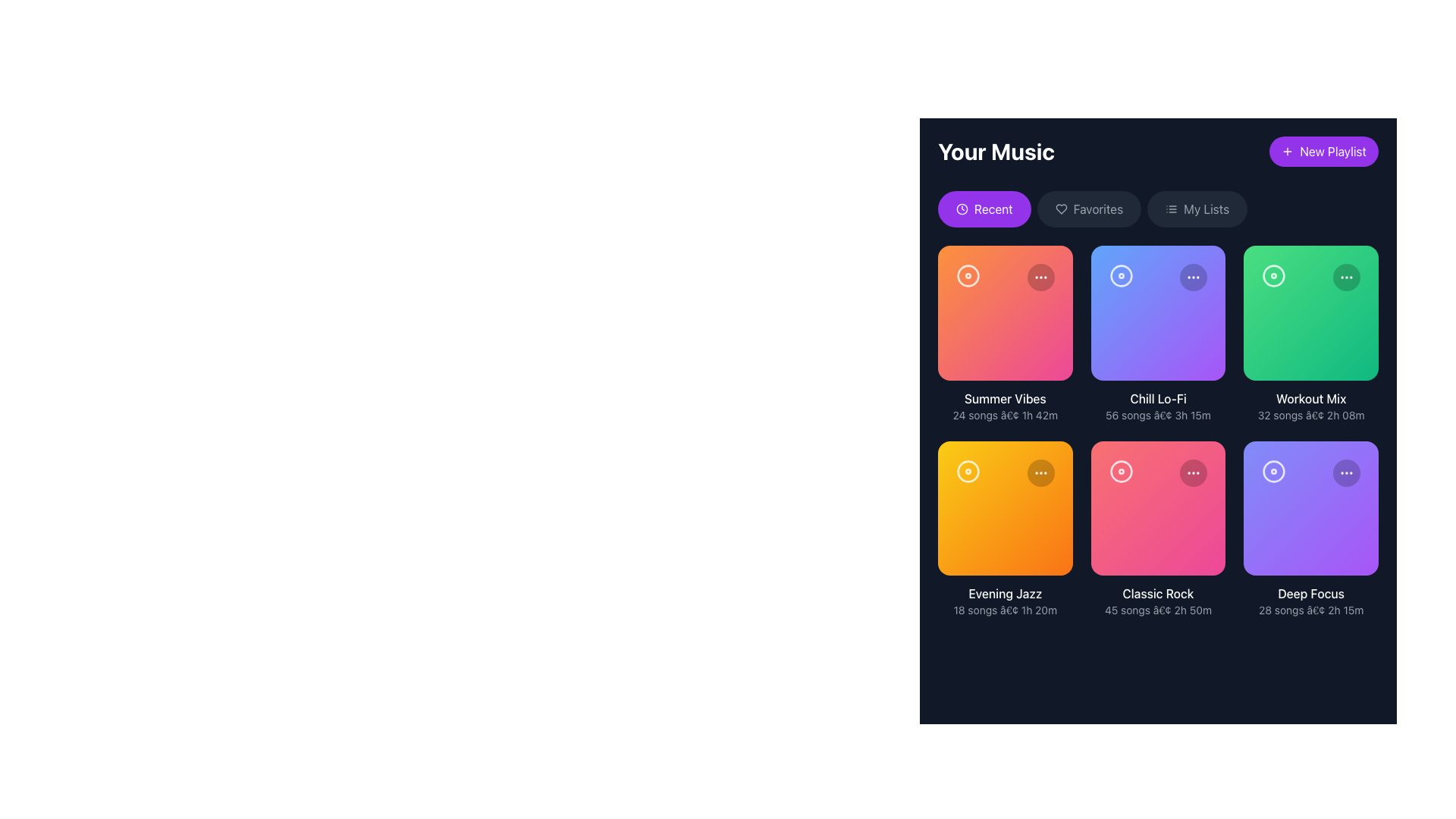 The width and height of the screenshot is (1456, 819). I want to click on the 'Favorites' button text label within the navigation bar, so click(1098, 209).